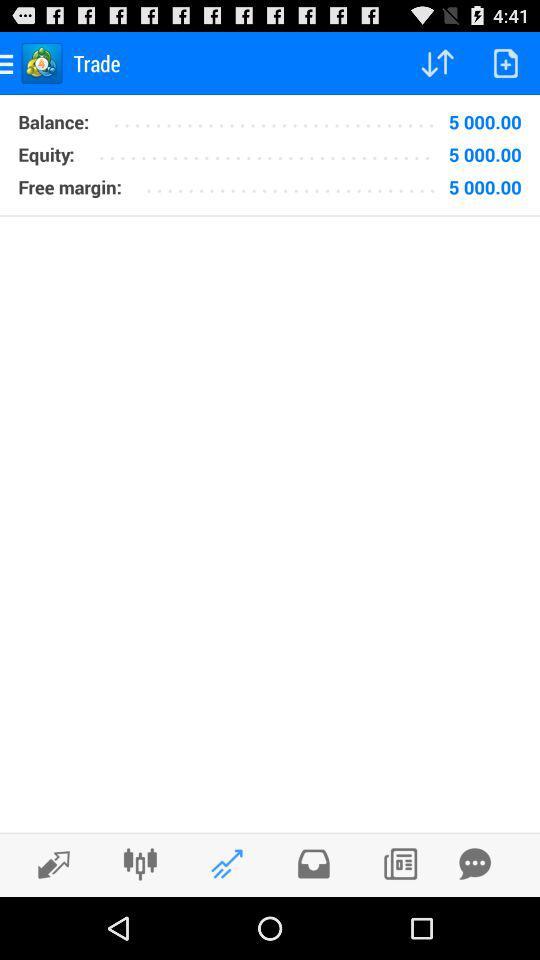 The image size is (540, 960). What do you see at coordinates (474, 924) in the screenshot?
I see `the chat icon` at bounding box center [474, 924].